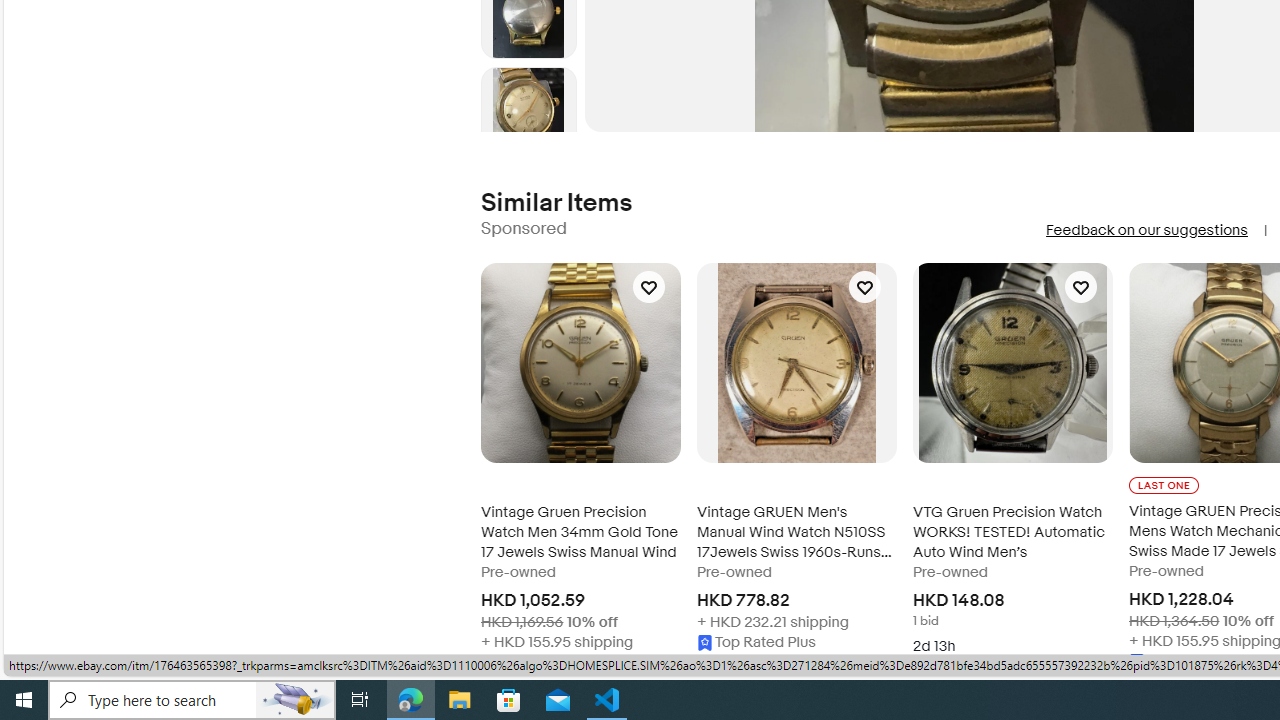 The height and width of the screenshot is (720, 1280). Describe the element at coordinates (1146, 229) in the screenshot. I see `'Feedback on our suggestions'` at that location.